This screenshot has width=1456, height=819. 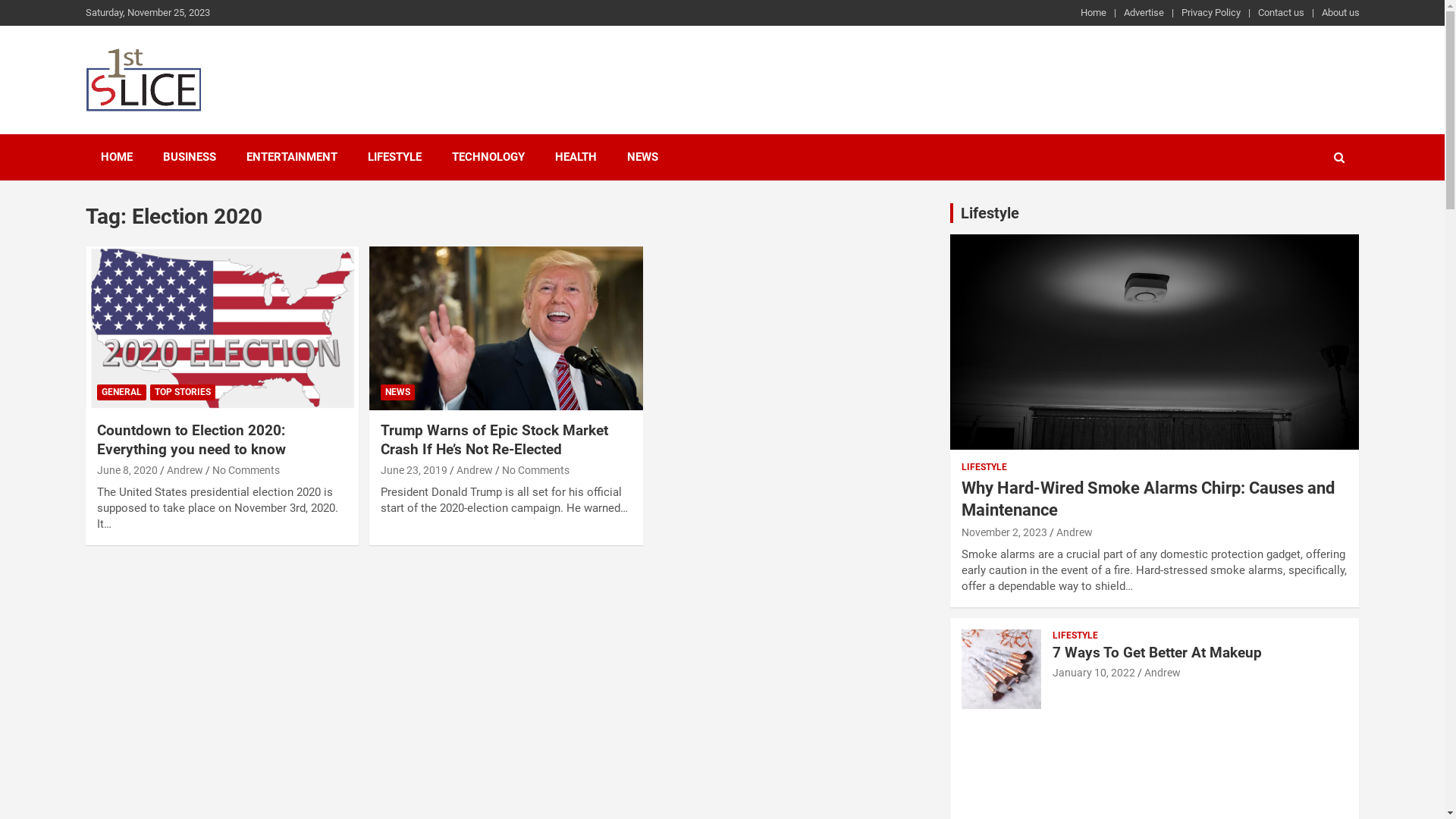 What do you see at coordinates (960, 499) in the screenshot?
I see `'Why Hard-Wired Smoke Alarms Chirp: Causes and Maintenance'` at bounding box center [960, 499].